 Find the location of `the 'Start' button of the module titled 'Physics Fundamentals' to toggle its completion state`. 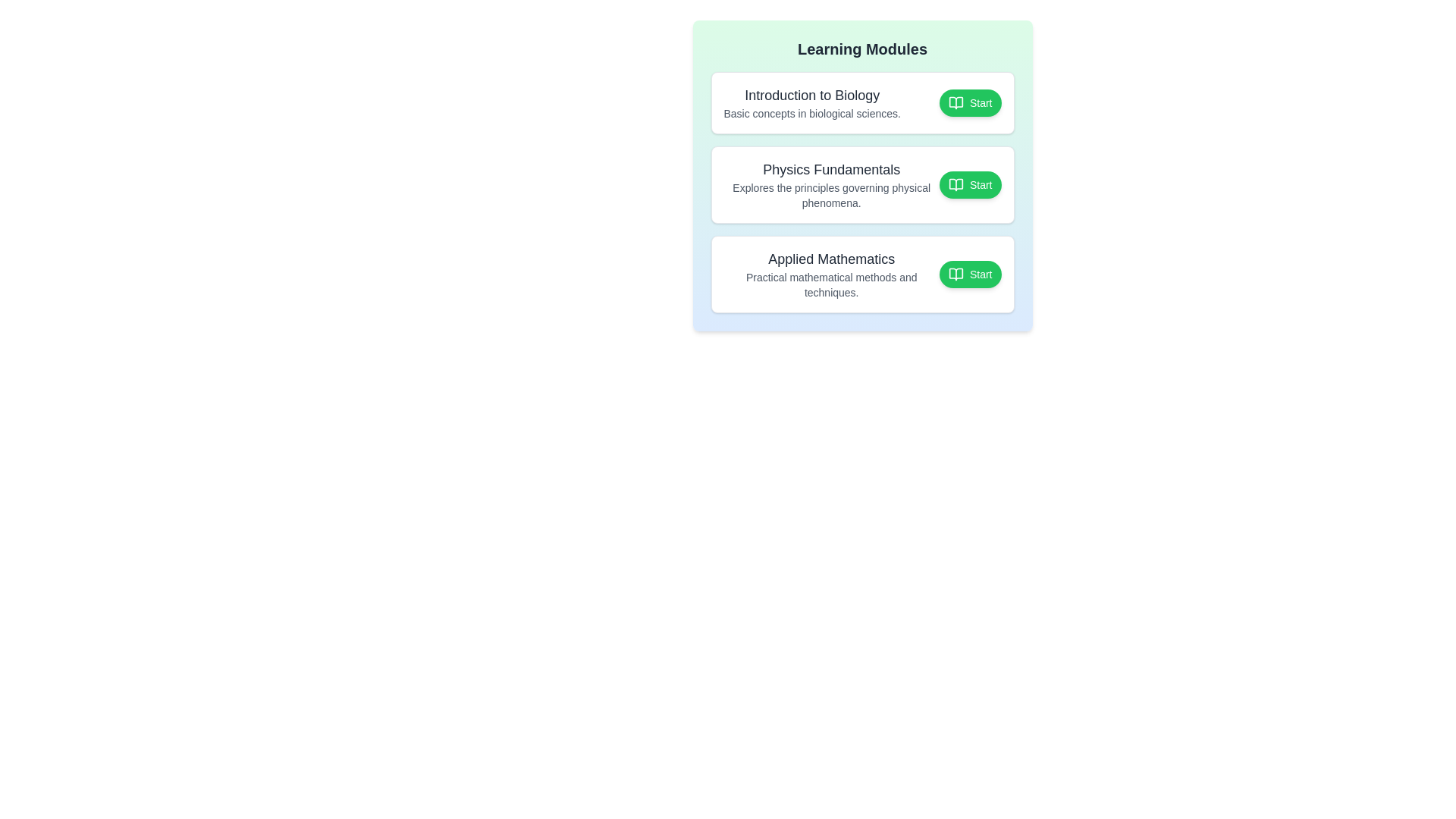

the 'Start' button of the module titled 'Physics Fundamentals' to toggle its completion state is located at coordinates (968, 184).